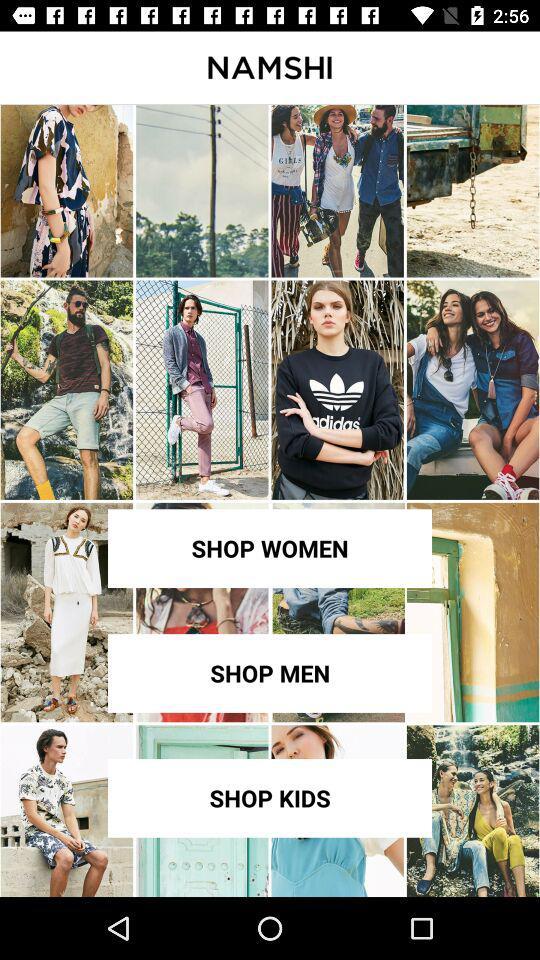 This screenshot has width=540, height=960. Describe the element at coordinates (270, 673) in the screenshot. I see `item below shop women` at that location.